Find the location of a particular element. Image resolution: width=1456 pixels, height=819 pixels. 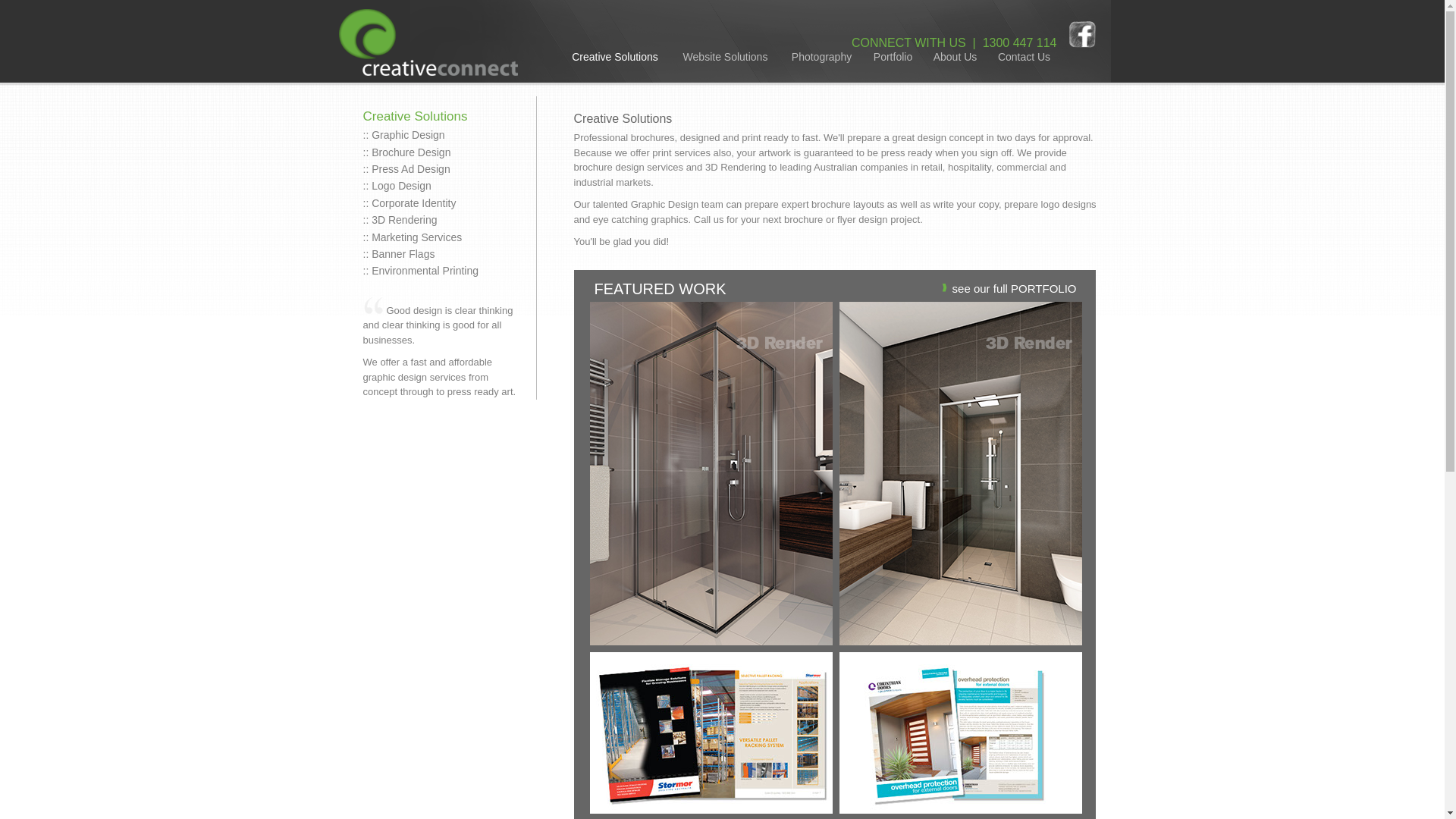

'see our full PORTFOLIO' is located at coordinates (952, 287).